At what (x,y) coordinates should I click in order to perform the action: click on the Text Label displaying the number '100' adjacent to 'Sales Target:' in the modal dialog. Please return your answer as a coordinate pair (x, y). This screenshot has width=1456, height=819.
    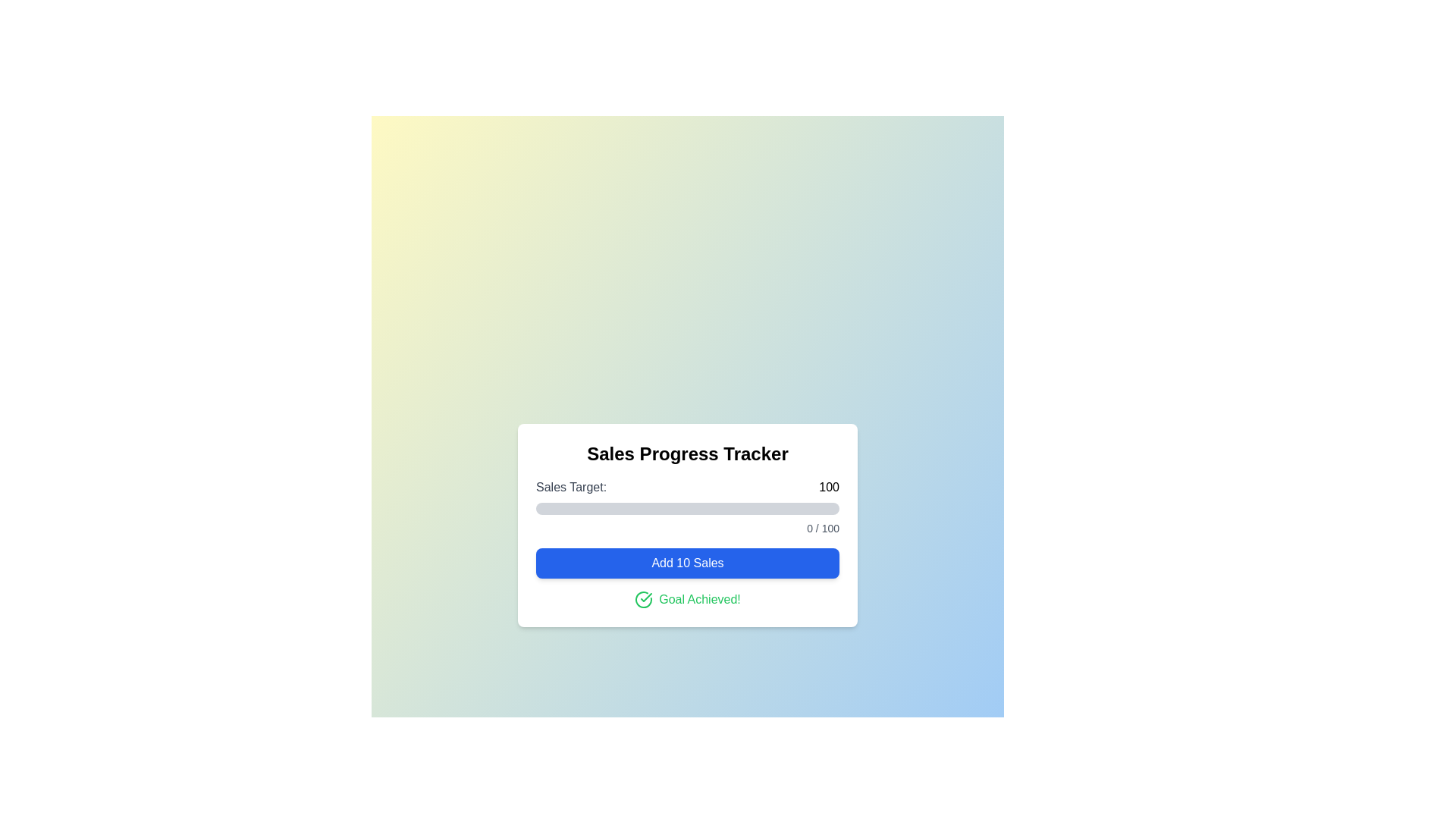
    Looking at the image, I should click on (828, 488).